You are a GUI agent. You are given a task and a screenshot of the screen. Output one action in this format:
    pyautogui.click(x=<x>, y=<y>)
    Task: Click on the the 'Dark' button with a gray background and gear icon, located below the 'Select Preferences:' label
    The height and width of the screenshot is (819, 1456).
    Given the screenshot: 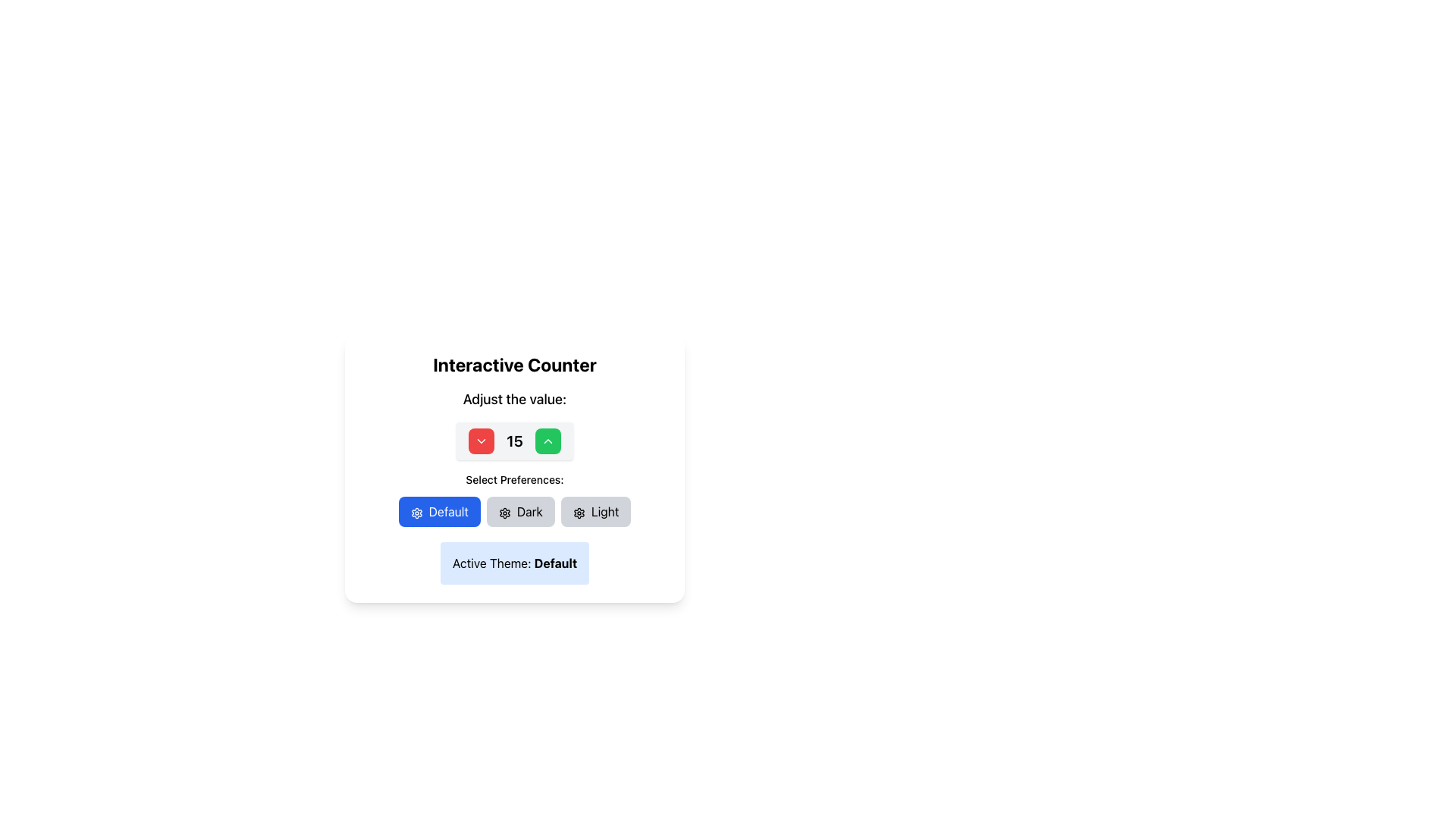 What is the action you would take?
    pyautogui.click(x=514, y=512)
    